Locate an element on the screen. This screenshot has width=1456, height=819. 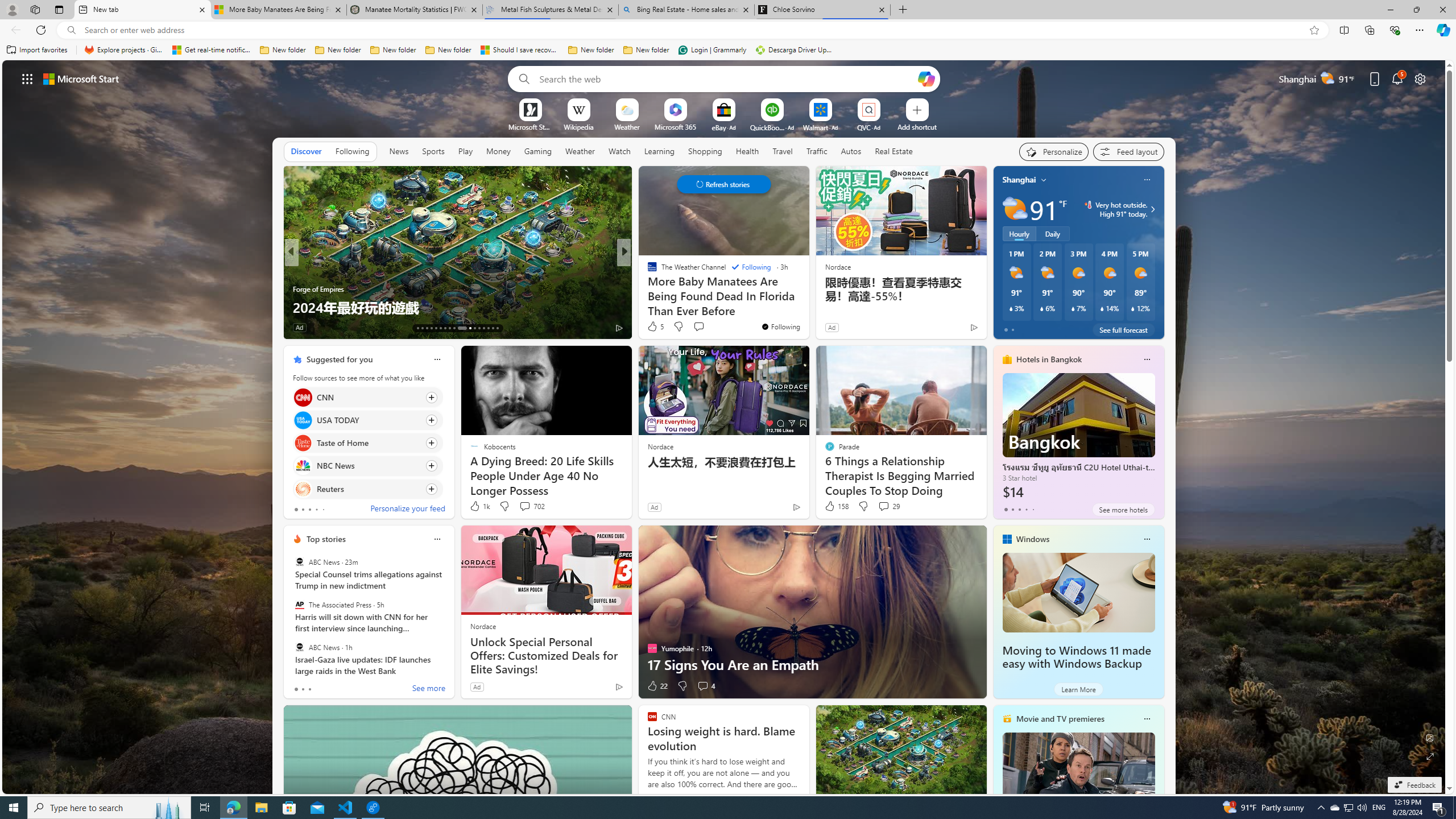
'View comments 4 Comment' is located at coordinates (702, 686).